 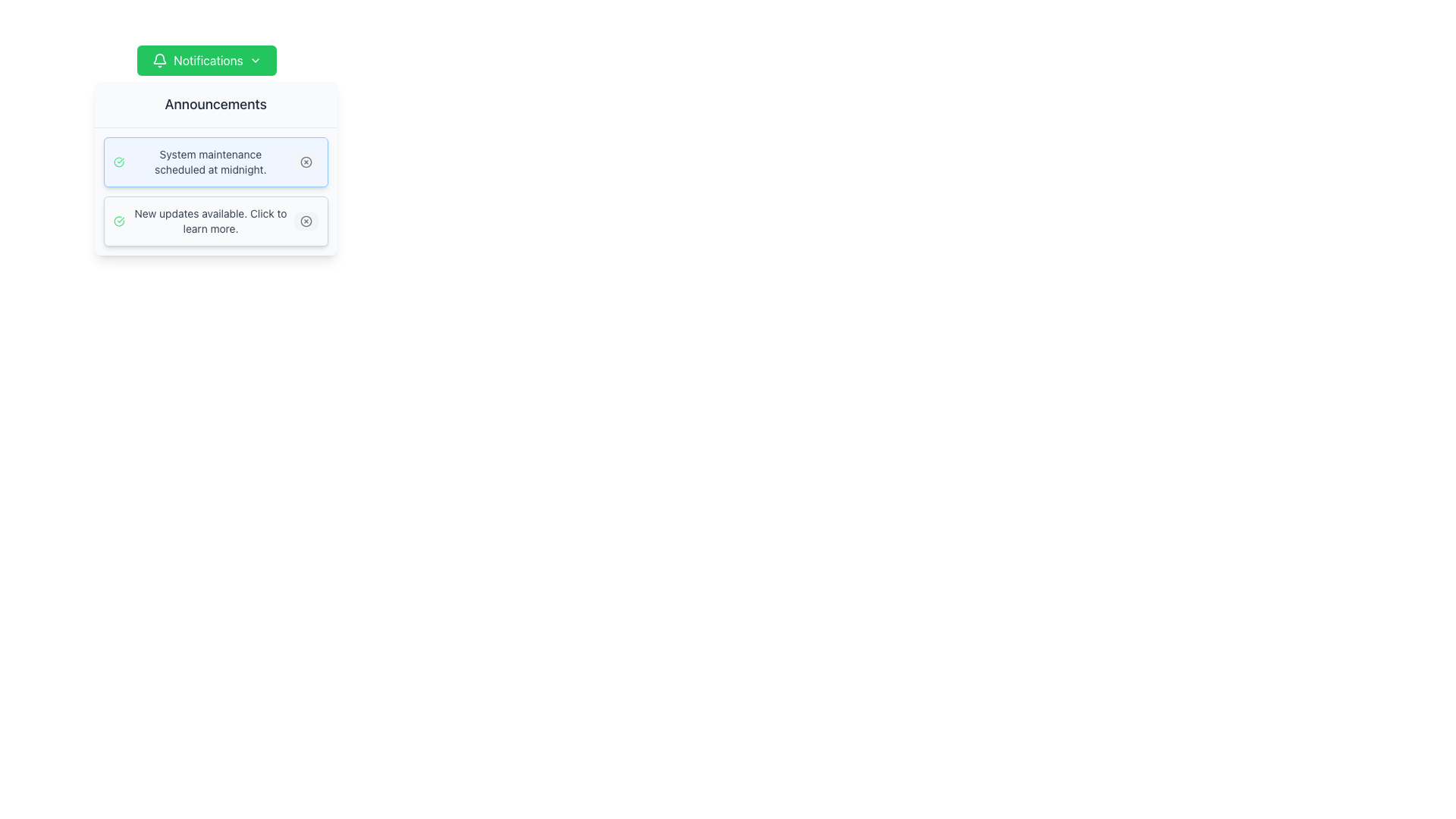 I want to click on the central circle of the dismiss icon in the second row of the 'Announcements' panel, so click(x=305, y=221).